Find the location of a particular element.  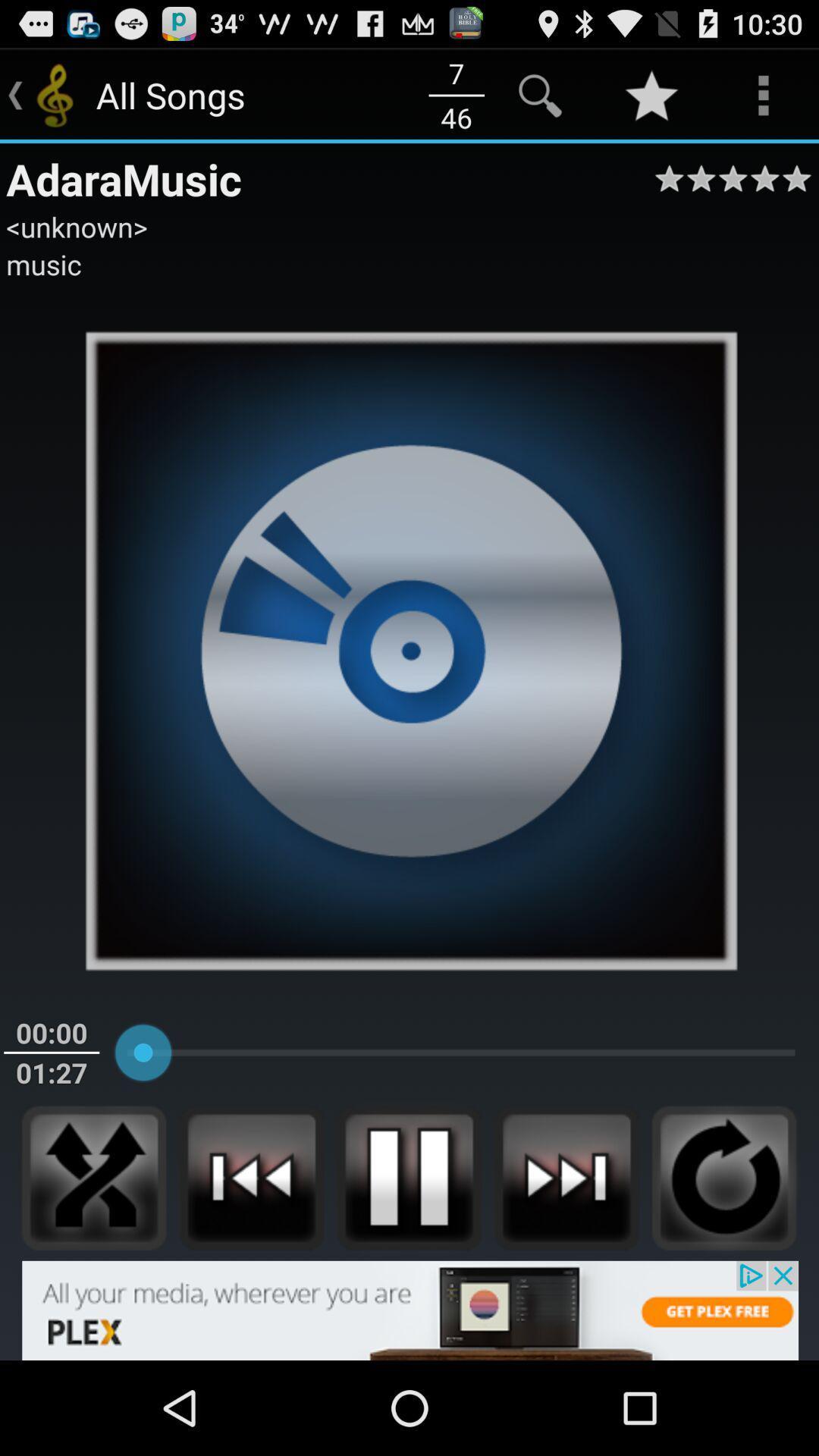

plex advertisement link is located at coordinates (409, 1310).